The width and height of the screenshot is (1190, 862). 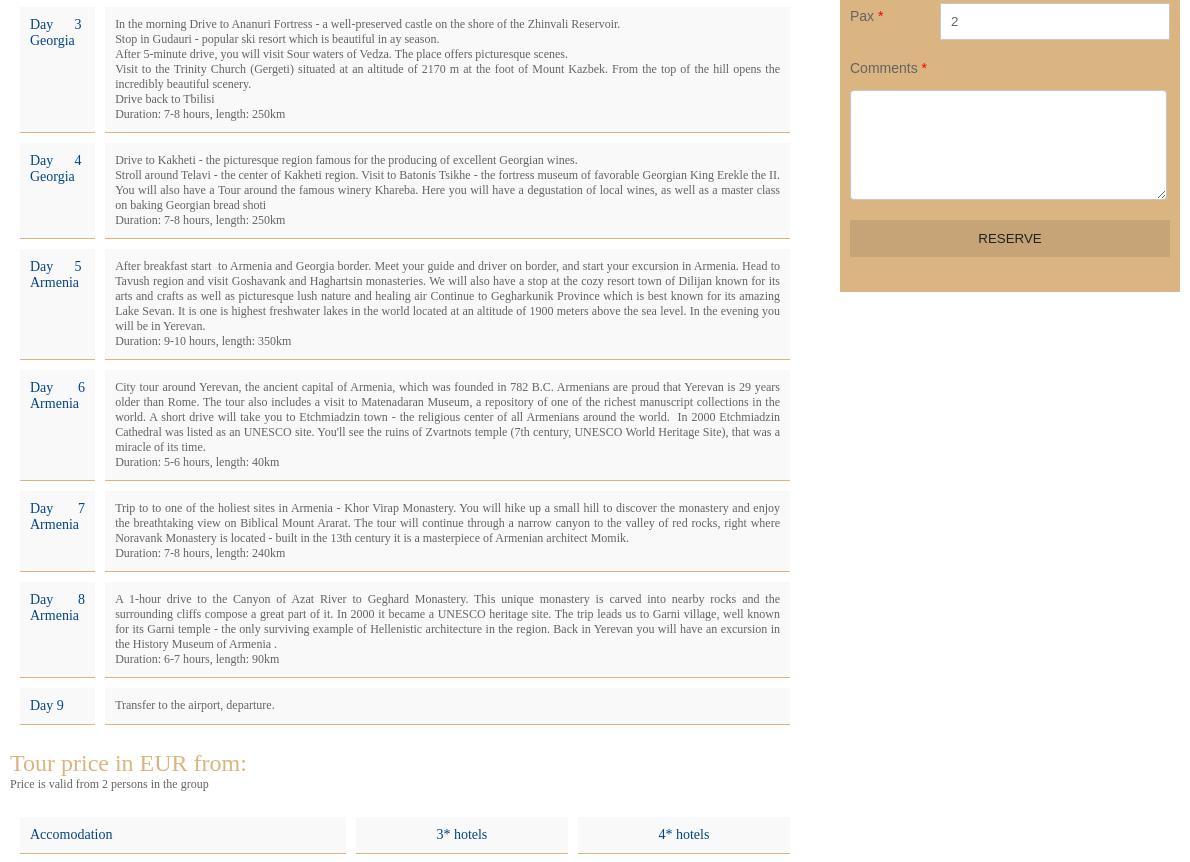 What do you see at coordinates (113, 462) in the screenshot?
I see `'Duration: 5-6 hours, length: 40km'` at bounding box center [113, 462].